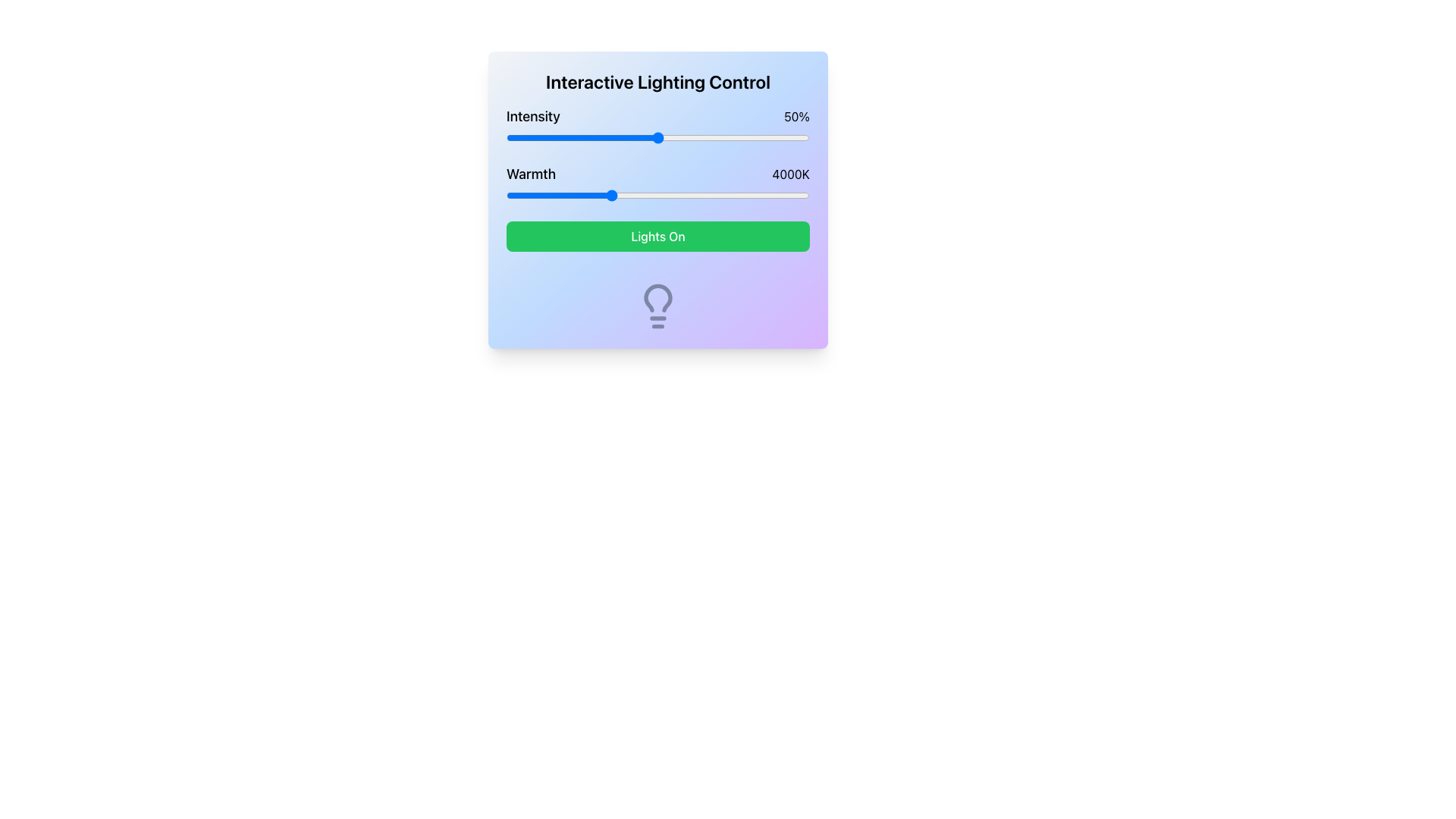 The height and width of the screenshot is (819, 1456). Describe the element at coordinates (556, 195) in the screenshot. I see `warmth` at that location.